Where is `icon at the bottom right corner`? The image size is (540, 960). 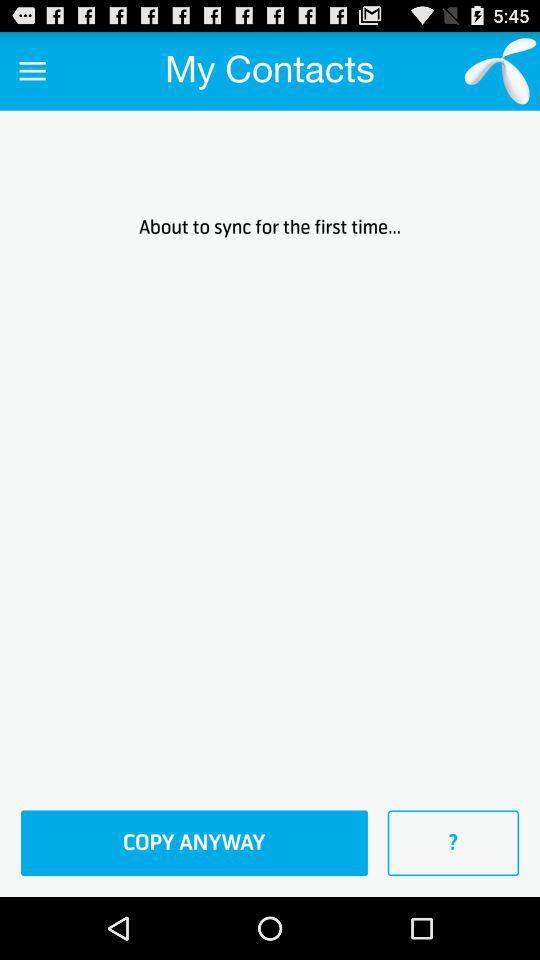
icon at the bottom right corner is located at coordinates (453, 842).